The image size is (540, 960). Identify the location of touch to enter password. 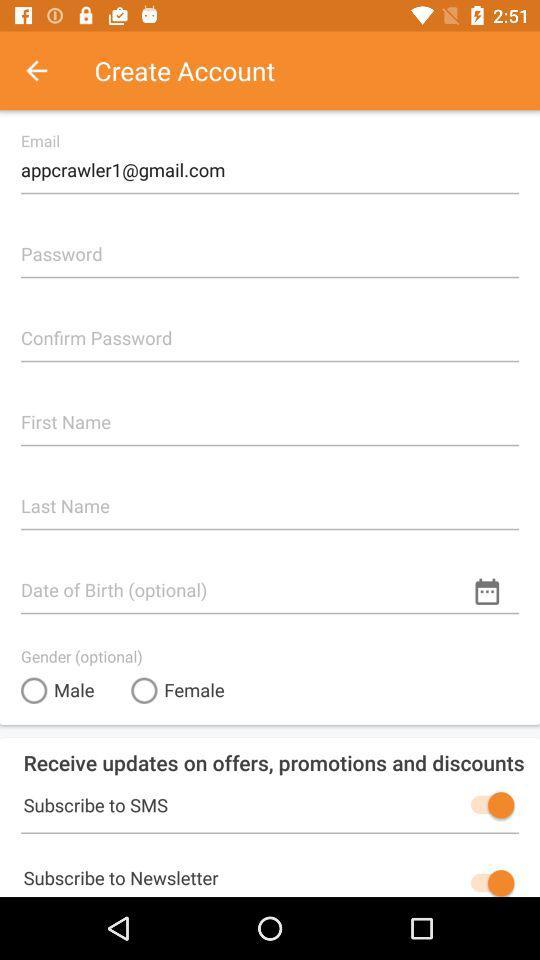
(270, 244).